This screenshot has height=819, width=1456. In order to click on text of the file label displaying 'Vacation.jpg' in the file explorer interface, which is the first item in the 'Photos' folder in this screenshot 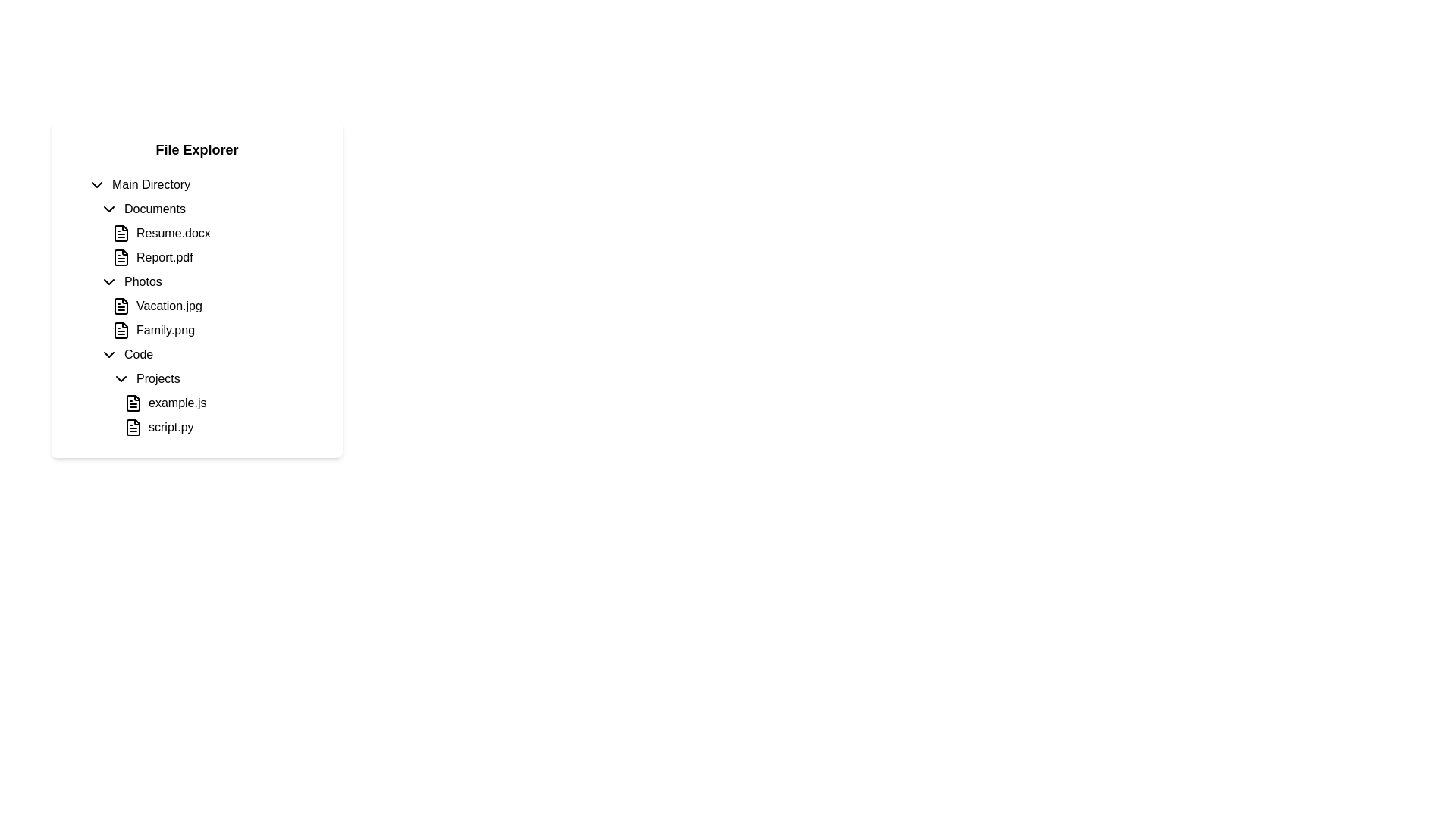, I will do `click(169, 306)`.